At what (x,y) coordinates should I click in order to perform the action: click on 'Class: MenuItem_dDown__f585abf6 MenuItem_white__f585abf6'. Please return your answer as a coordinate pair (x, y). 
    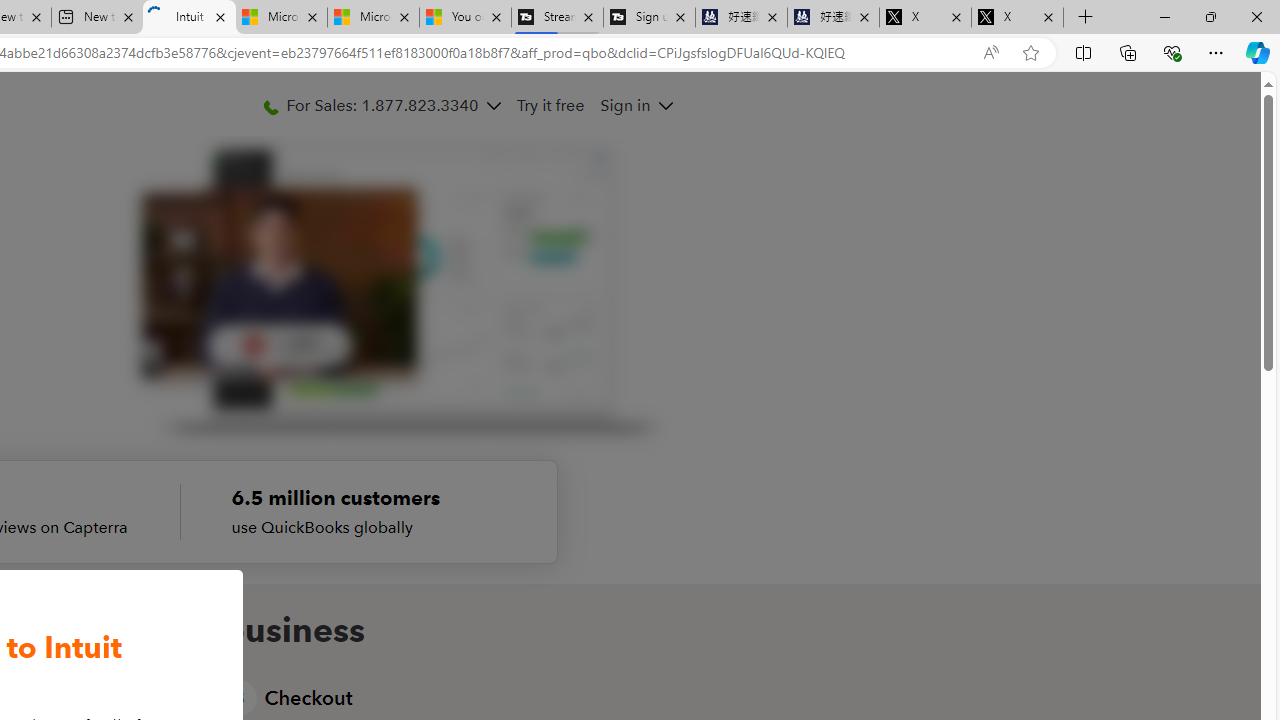
    Looking at the image, I should click on (664, 106).